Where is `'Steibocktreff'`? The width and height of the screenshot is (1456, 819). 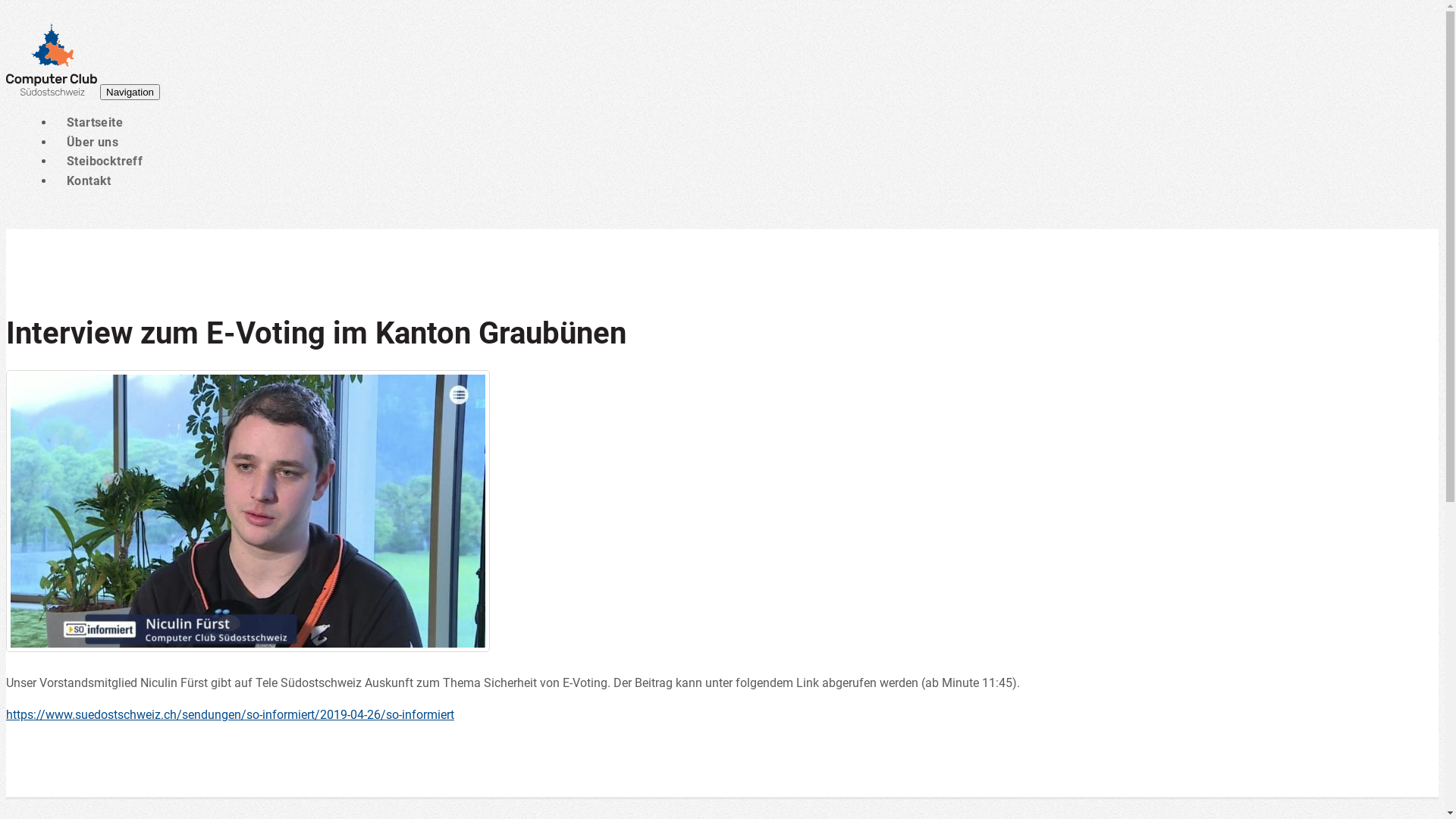 'Steibocktreff' is located at coordinates (104, 161).